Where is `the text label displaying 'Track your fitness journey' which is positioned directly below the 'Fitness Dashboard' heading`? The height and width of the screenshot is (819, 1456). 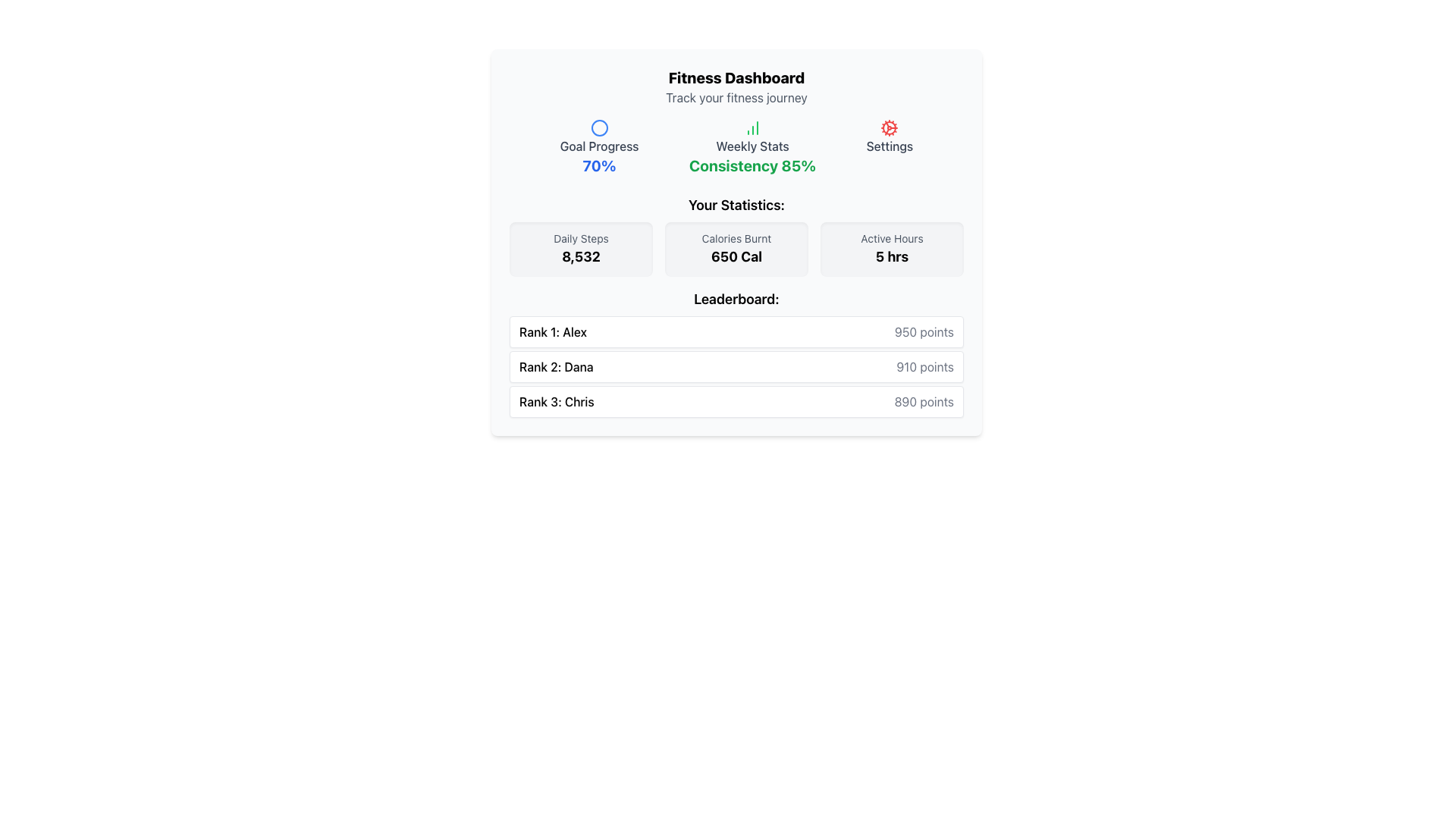 the text label displaying 'Track your fitness journey' which is positioned directly below the 'Fitness Dashboard' heading is located at coordinates (736, 97).